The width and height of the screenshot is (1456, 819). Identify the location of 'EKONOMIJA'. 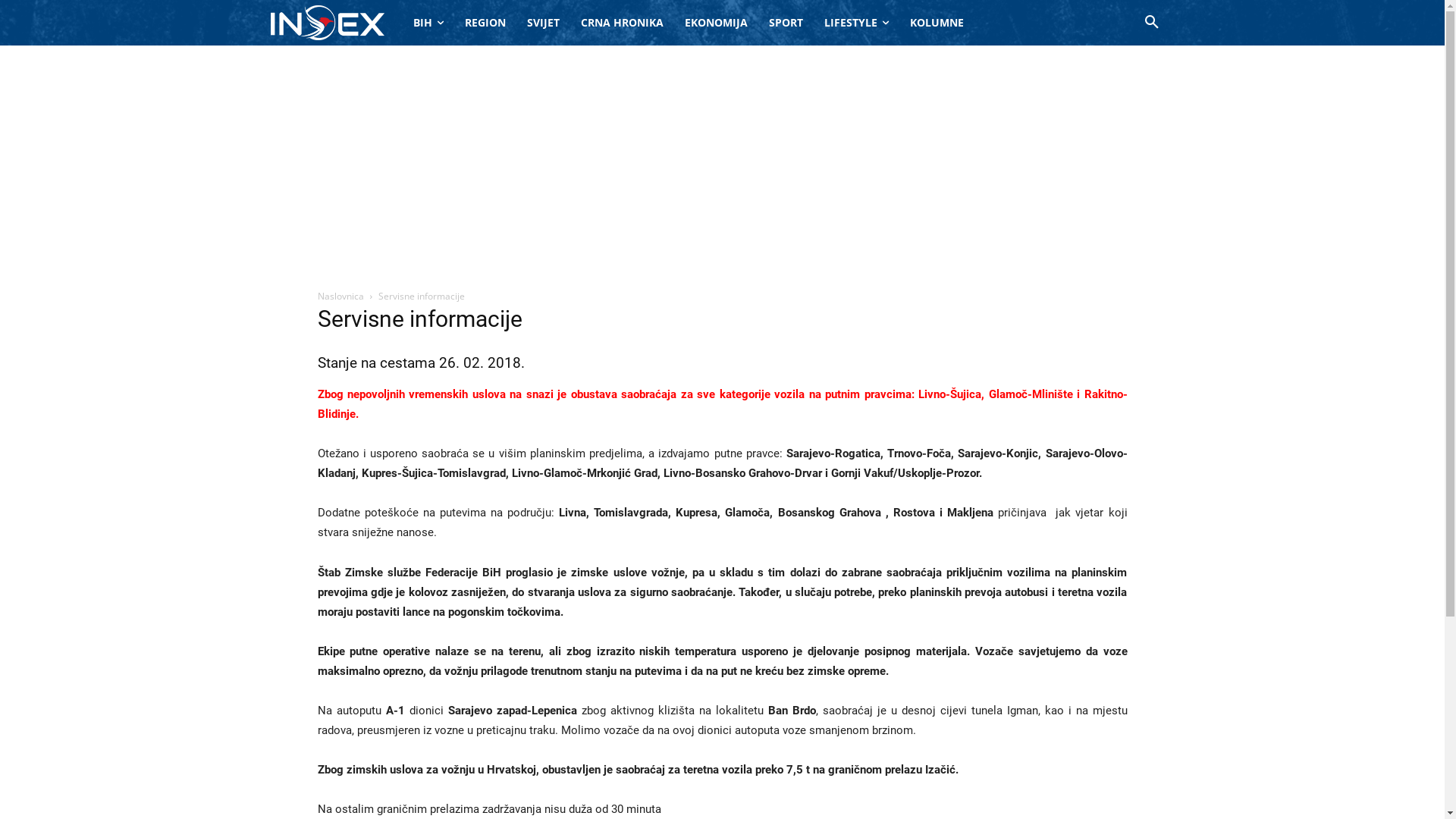
(714, 23).